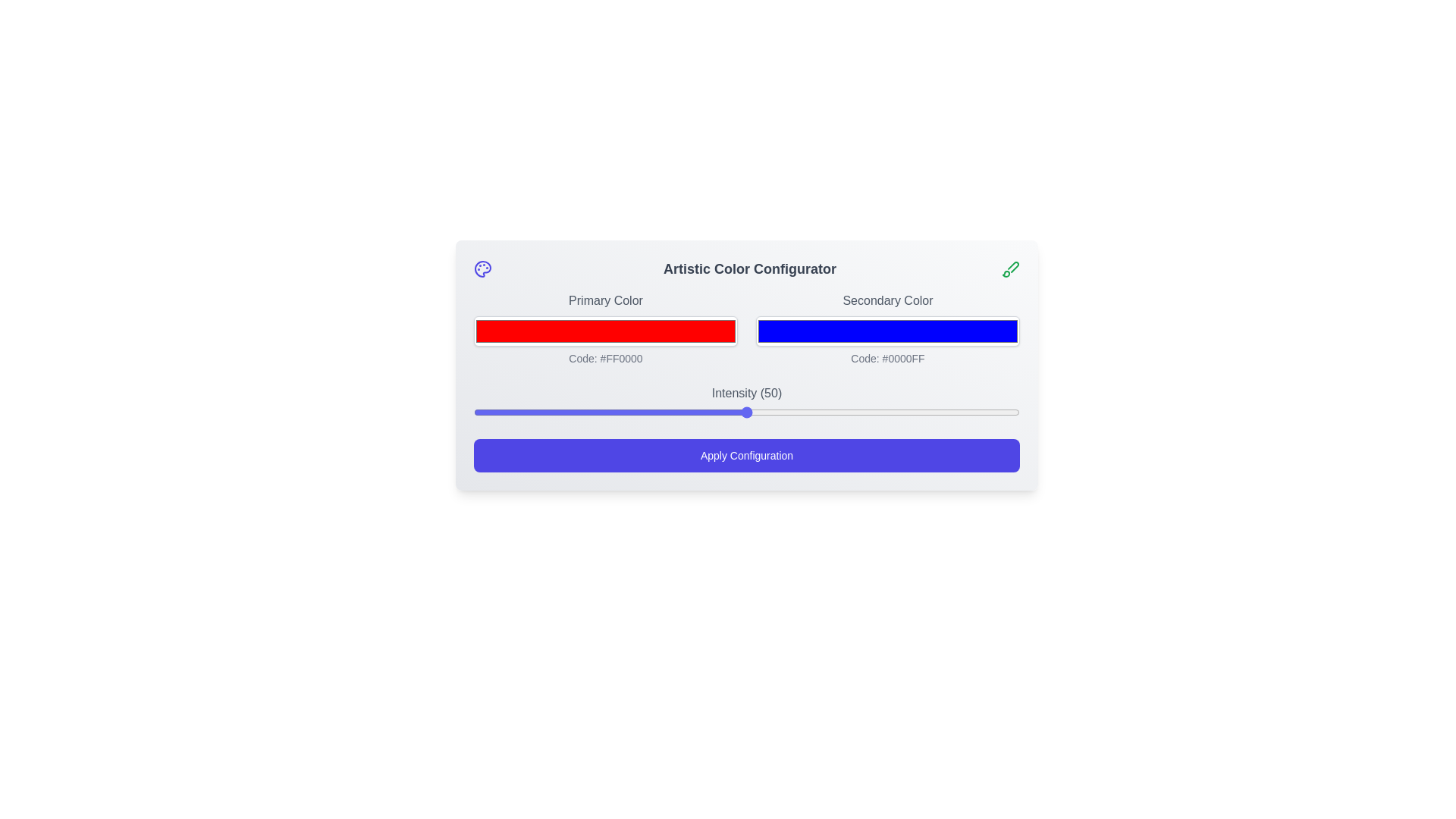  What do you see at coordinates (758, 412) in the screenshot?
I see `the intensity to 52 using the slider control` at bounding box center [758, 412].